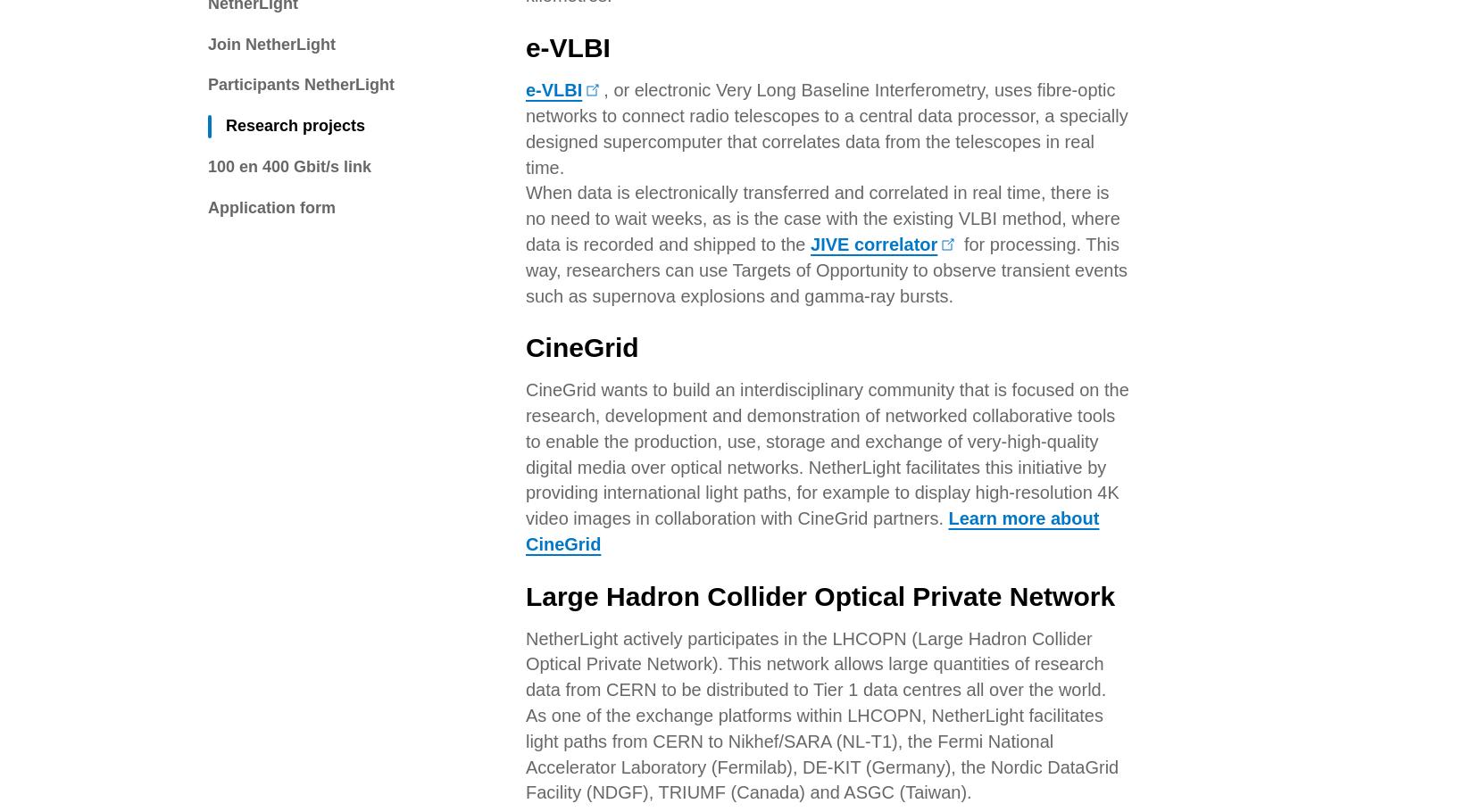 The width and height of the screenshot is (1473, 812). What do you see at coordinates (672, 272) in the screenshot?
I see `'Alexander van den Hil'` at bounding box center [672, 272].